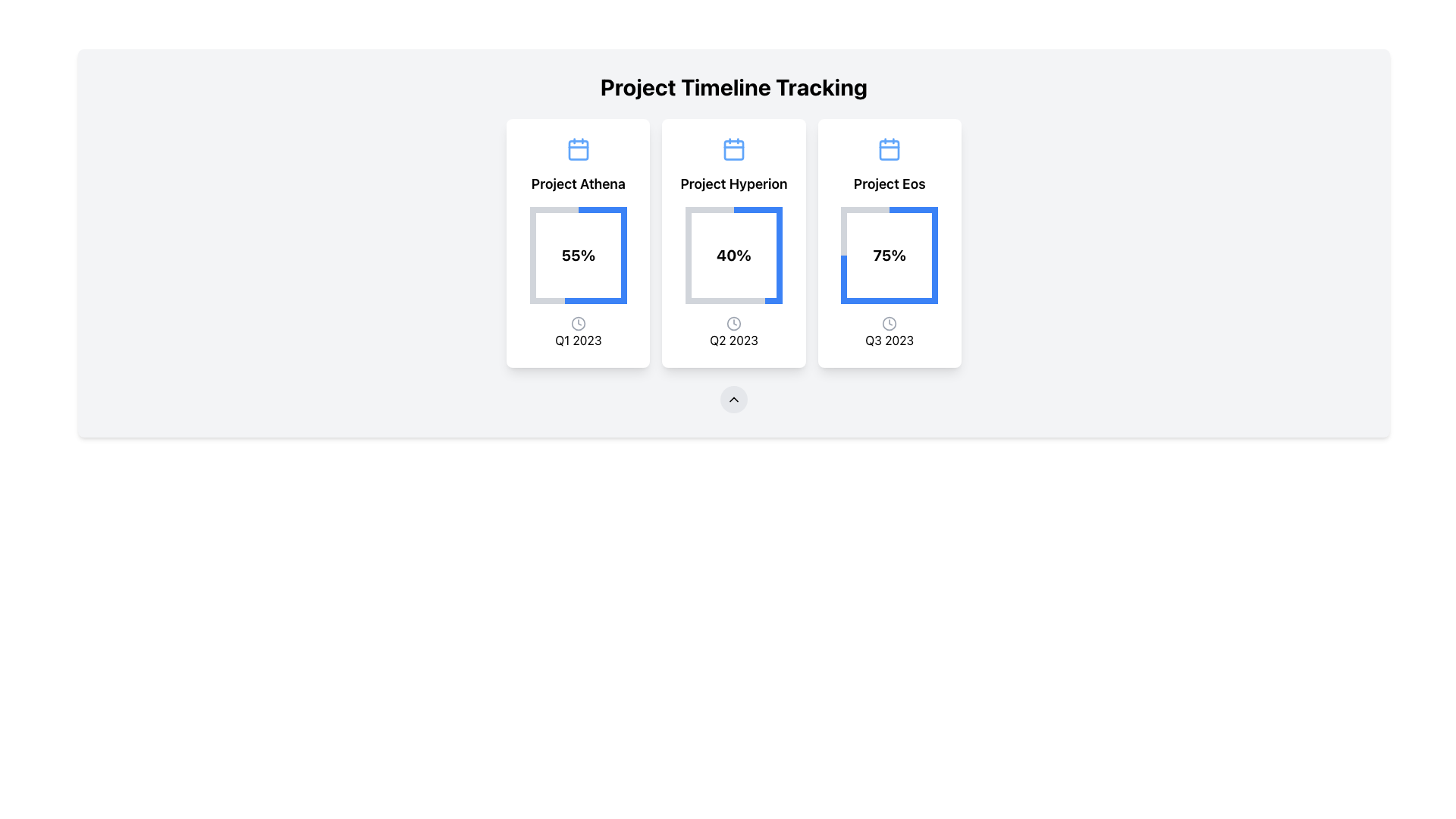 Image resolution: width=1456 pixels, height=819 pixels. Describe the element at coordinates (734, 399) in the screenshot. I see `the Chevron-Up icon, which is a small upward-pointing chevron styled with a thin stroke, located at the center of a light-gray circular background` at that location.